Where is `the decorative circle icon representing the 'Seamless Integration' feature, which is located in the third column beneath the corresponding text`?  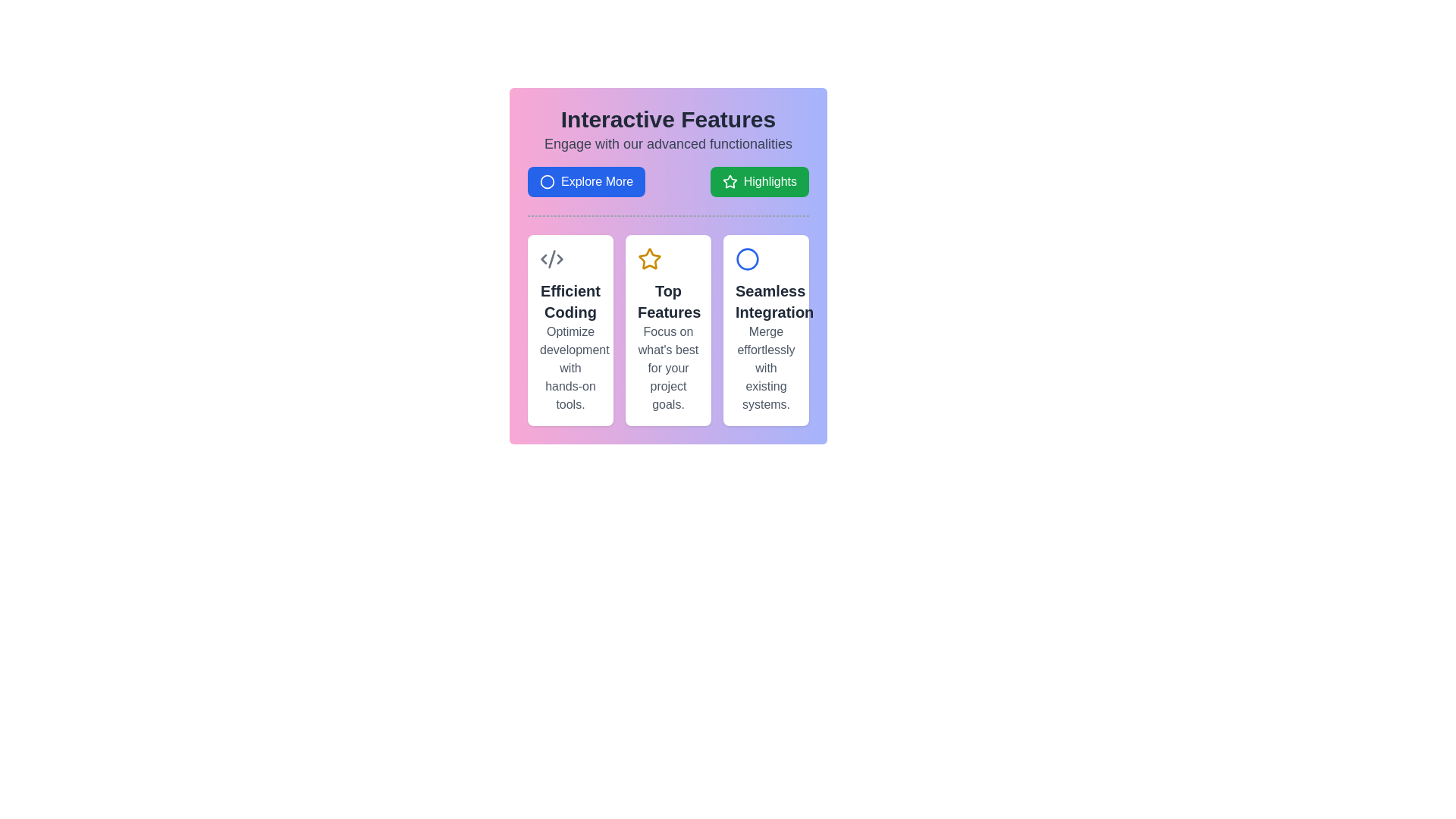
the decorative circle icon representing the 'Seamless Integration' feature, which is located in the third column beneath the corresponding text is located at coordinates (747, 259).